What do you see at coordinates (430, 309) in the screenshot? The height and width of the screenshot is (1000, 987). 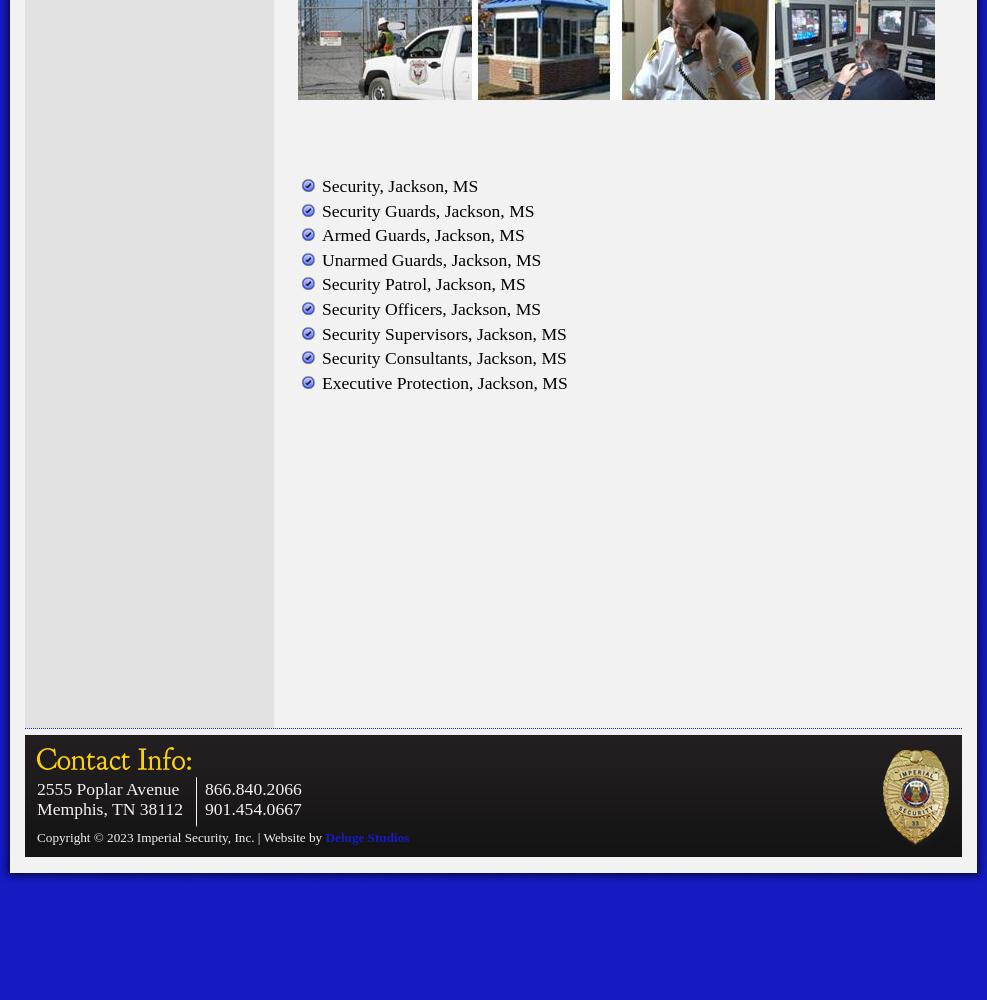 I see `'Security Officers, Jackson, MS'` at bounding box center [430, 309].